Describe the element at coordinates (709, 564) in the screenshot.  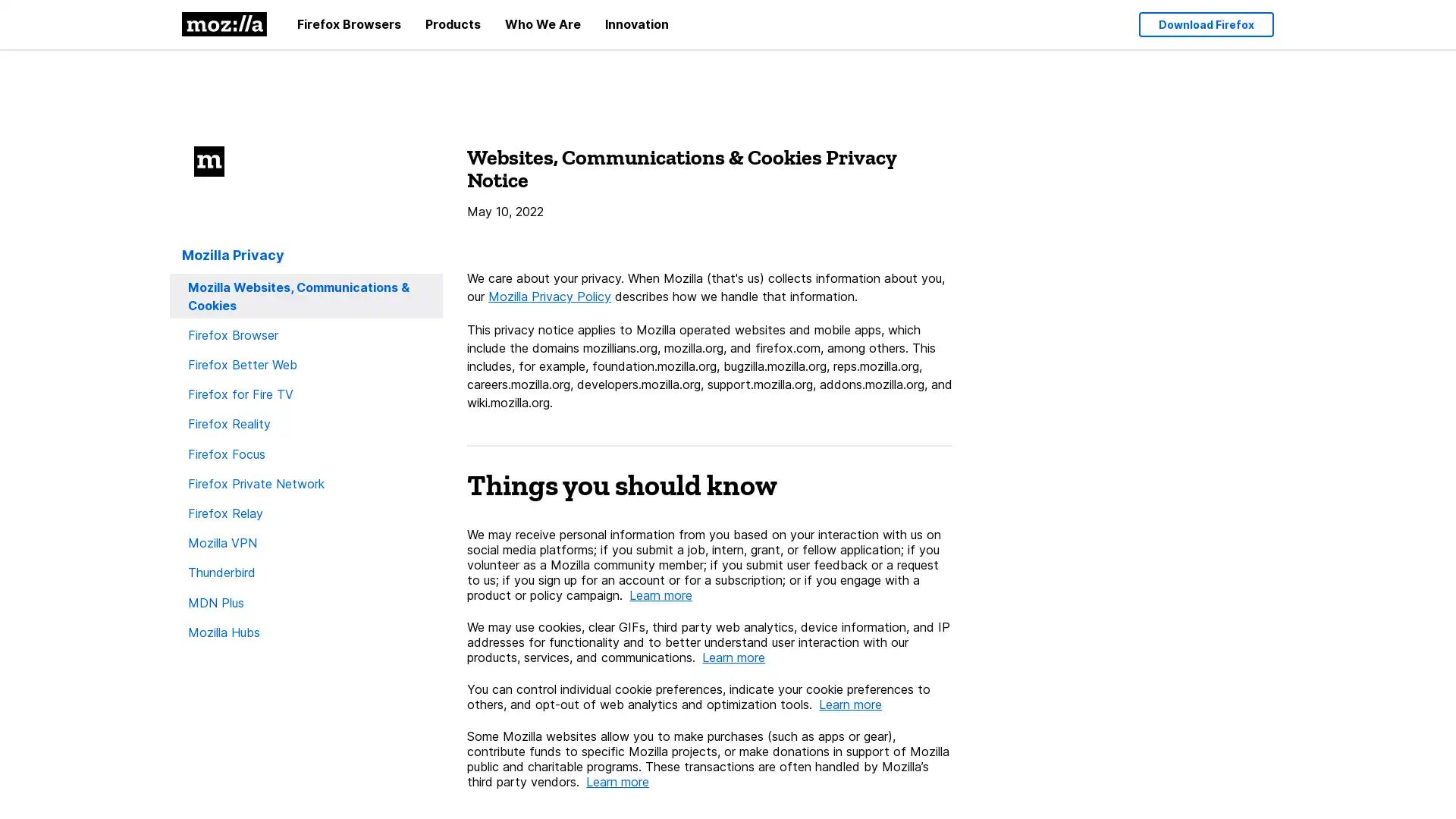
I see `We may receive personal information from you based on your interaction with us on social media platforms; if you submit a job, intern, grant, or fellow application; if you volunteer as a Mozilla community member; if you submit user feedback or a request to us; if you sign up for an account or for a subscription; or if you engage with a product or policy campaign. Learn more` at that location.